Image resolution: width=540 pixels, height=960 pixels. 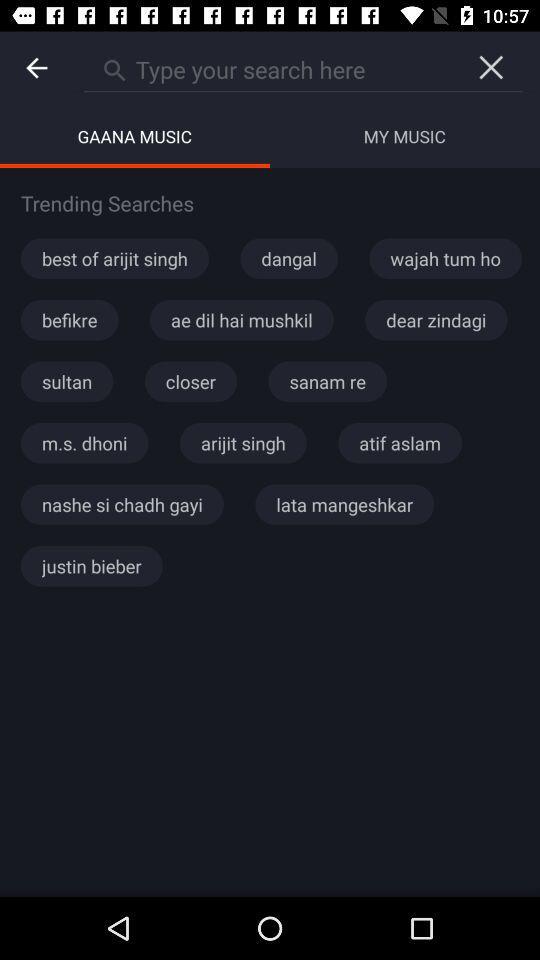 What do you see at coordinates (190, 380) in the screenshot?
I see `closer` at bounding box center [190, 380].